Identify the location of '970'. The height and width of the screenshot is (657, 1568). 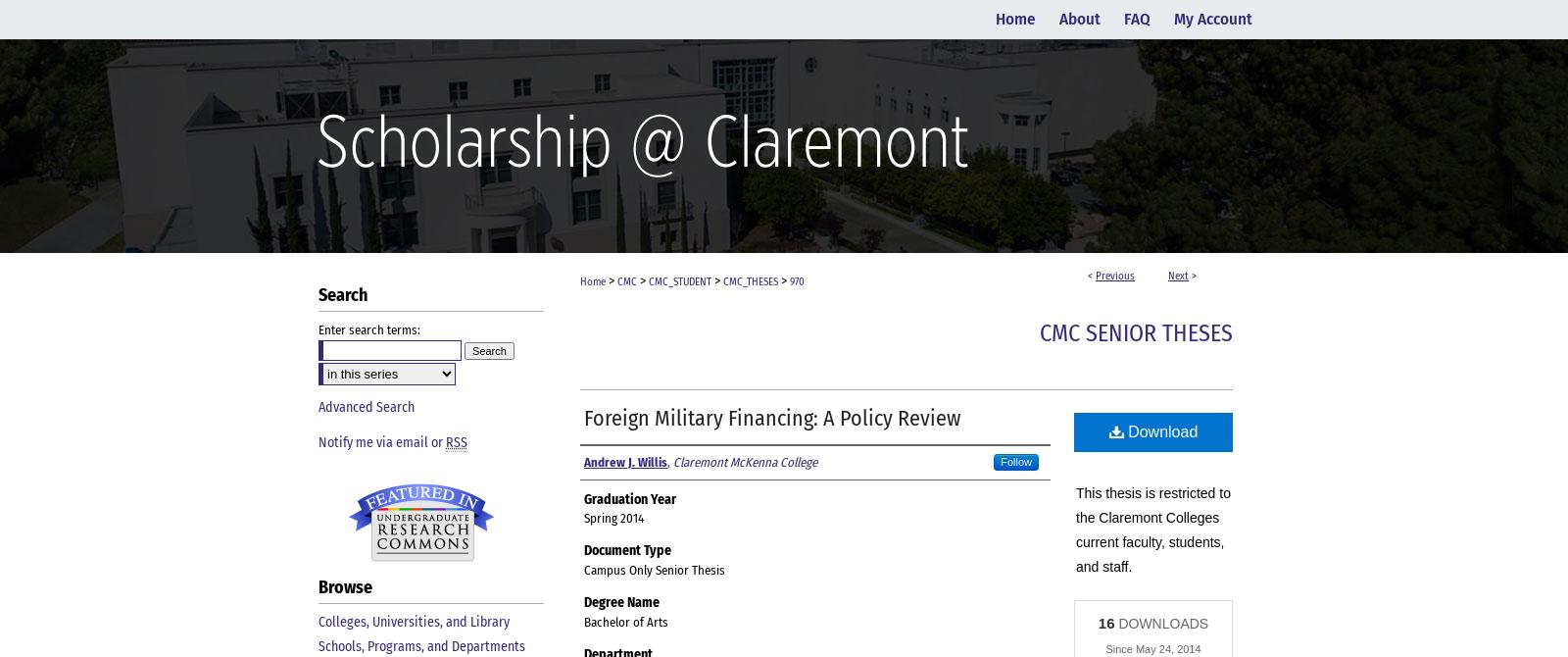
(796, 280).